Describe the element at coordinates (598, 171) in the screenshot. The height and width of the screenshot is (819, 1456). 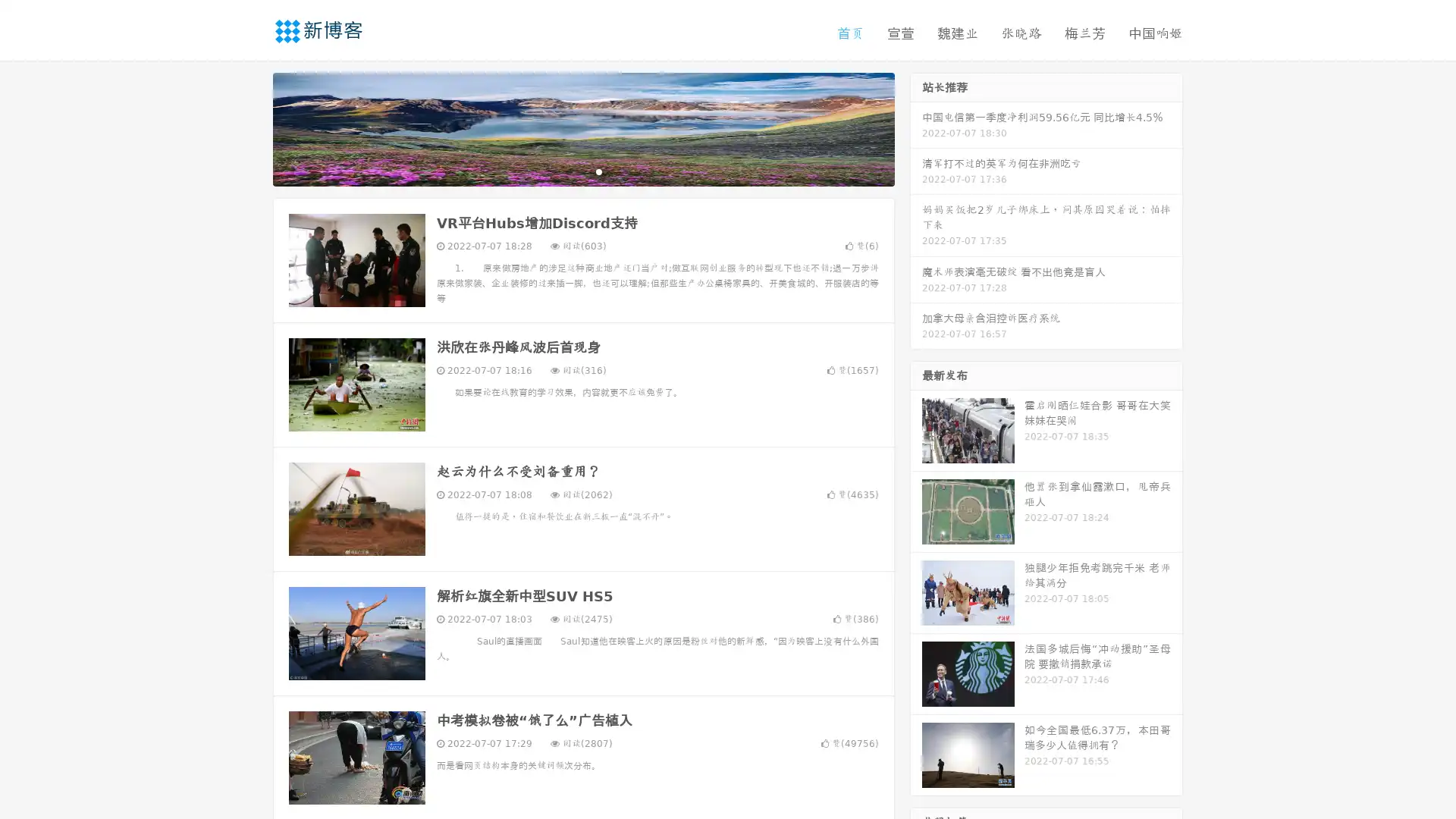
I see `Go to slide 3` at that location.